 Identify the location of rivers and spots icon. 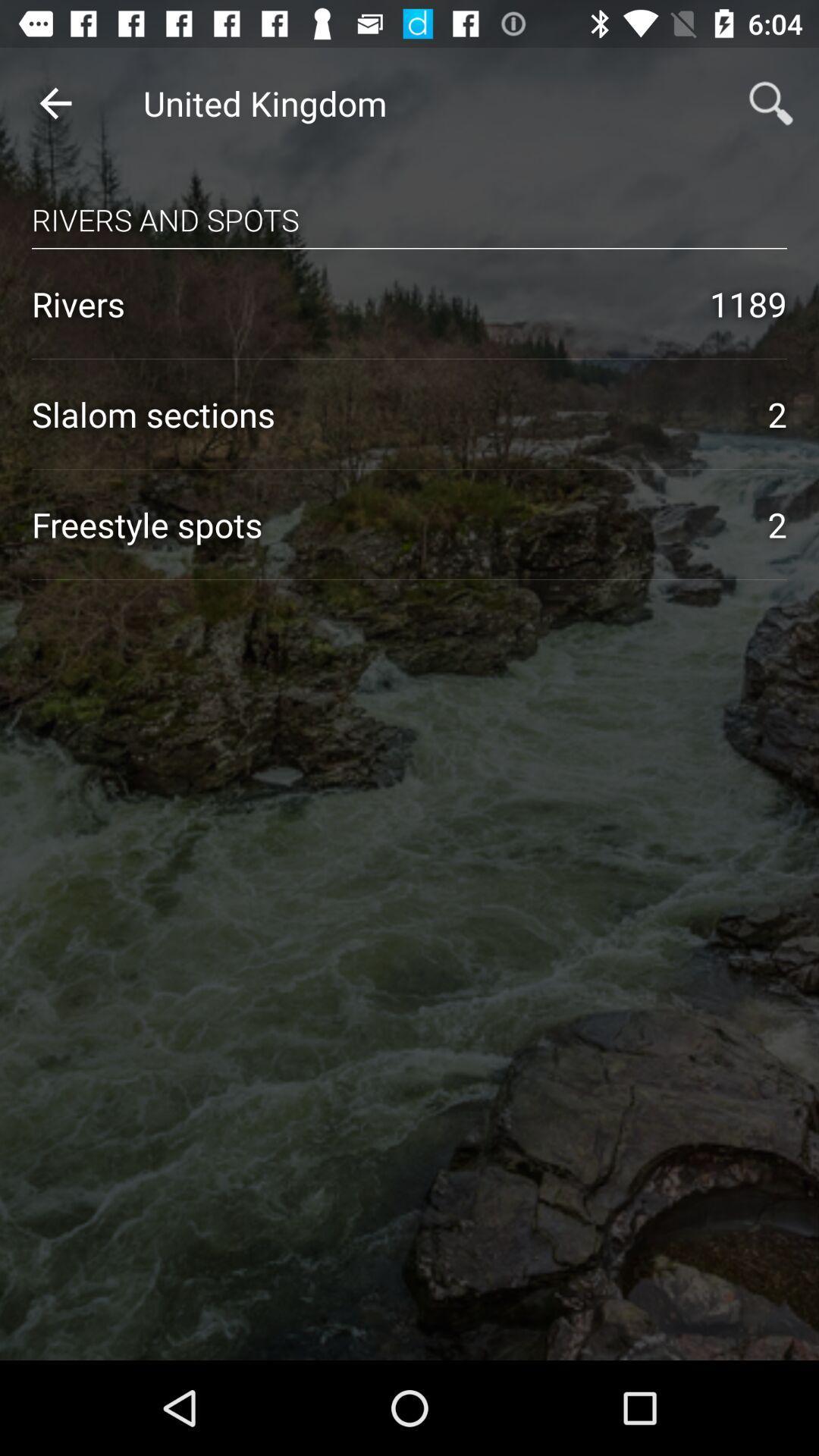
(409, 205).